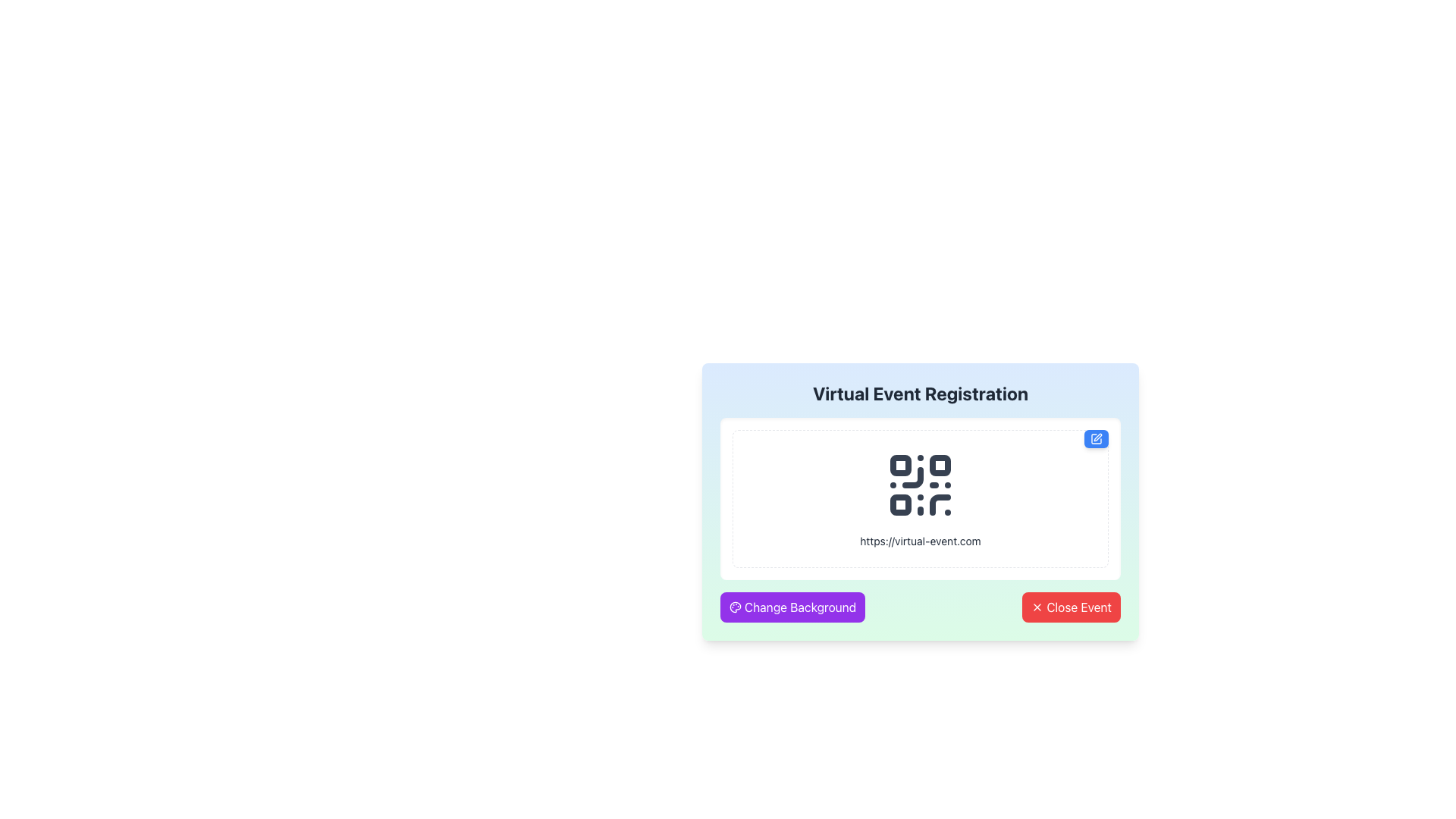  I want to click on the 'Change Background' button with a purple background and white rounded corners to change the background, so click(792, 607).